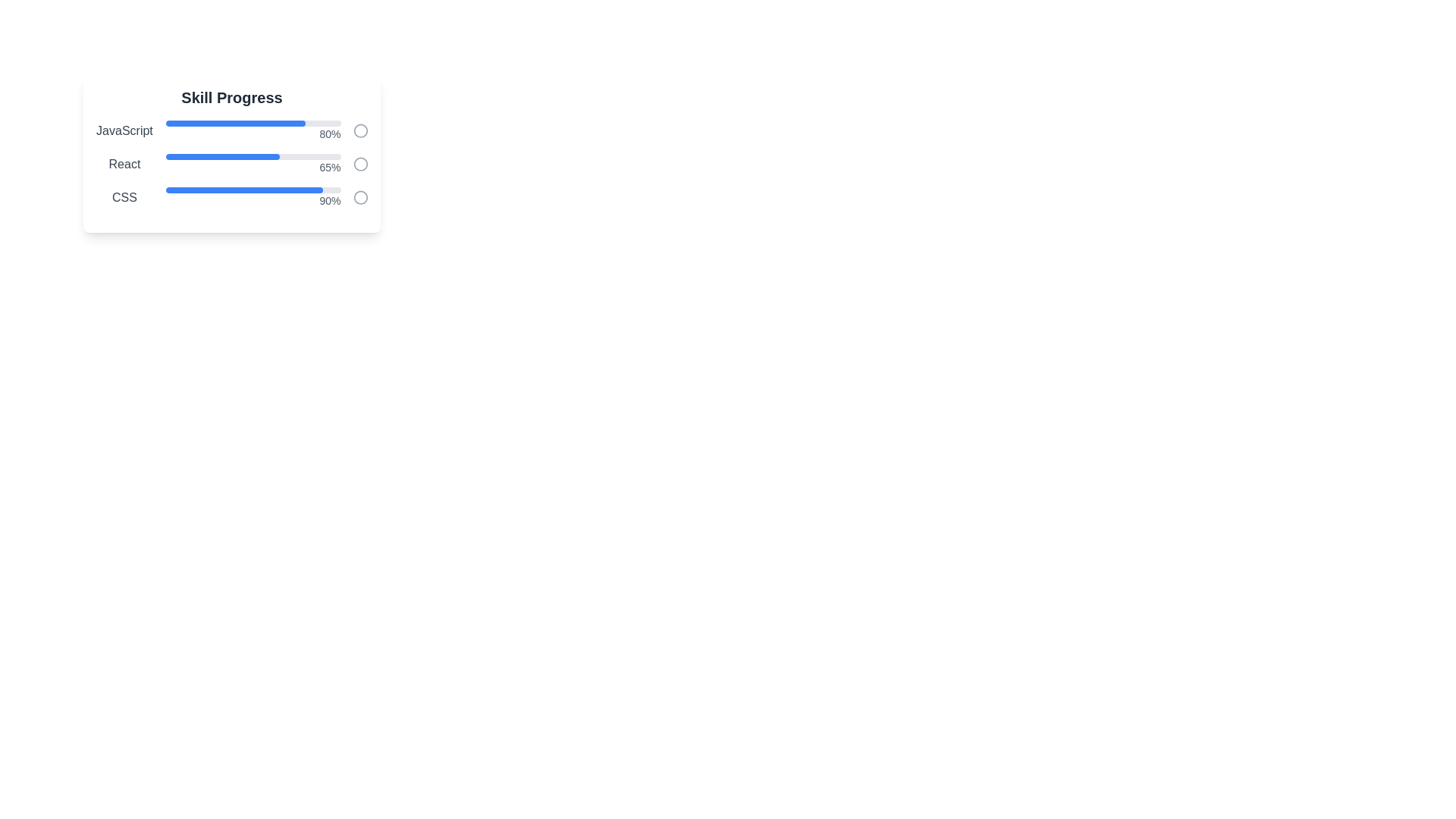  Describe the element at coordinates (231, 130) in the screenshot. I see `the circular icon on the JavaScript skill progress bar to interact with it` at that location.